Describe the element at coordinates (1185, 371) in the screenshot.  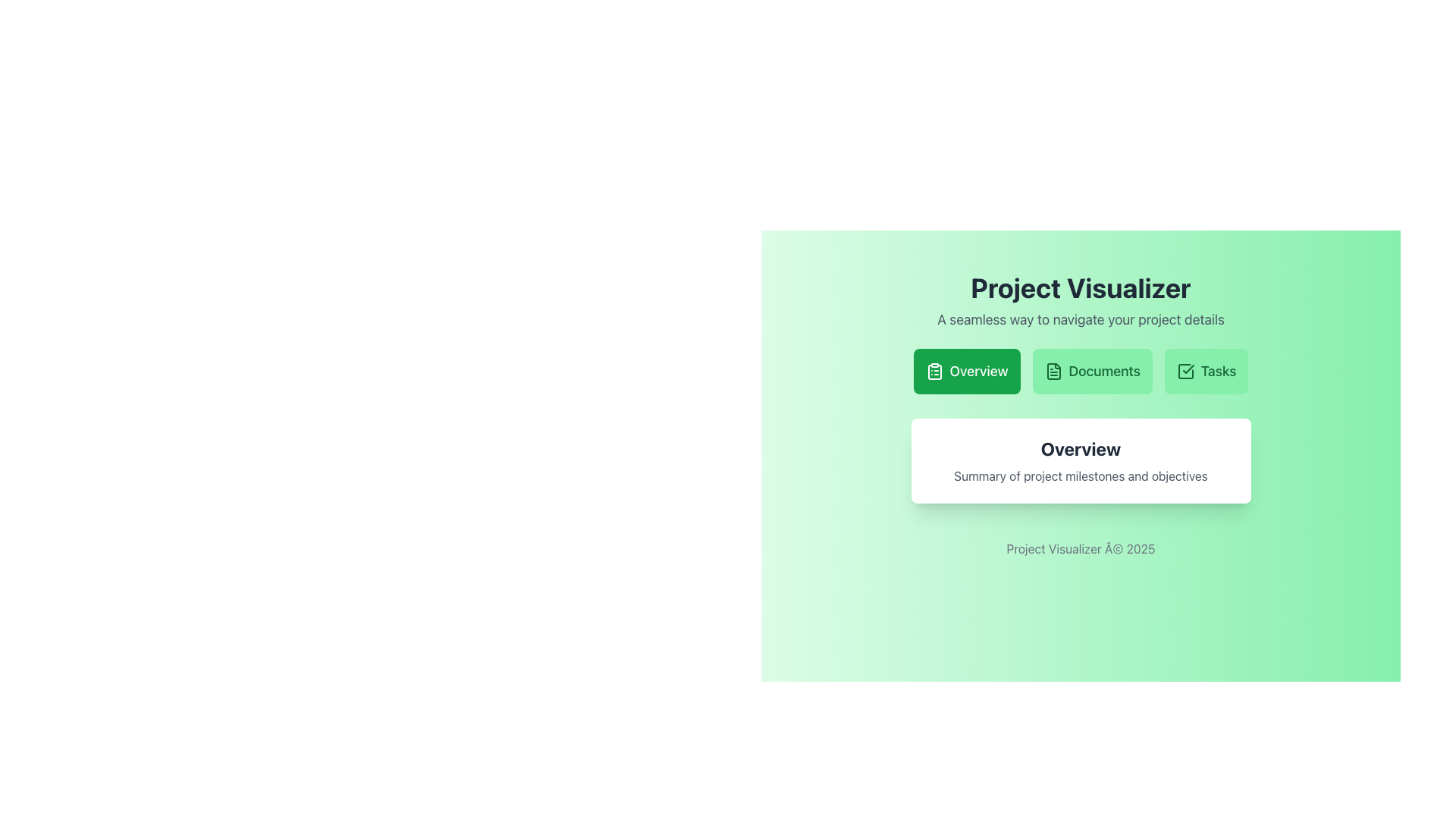
I see `the checkmark icon within the 'Tasks' button, which is the third navigation option from the left and has a green outline` at that location.